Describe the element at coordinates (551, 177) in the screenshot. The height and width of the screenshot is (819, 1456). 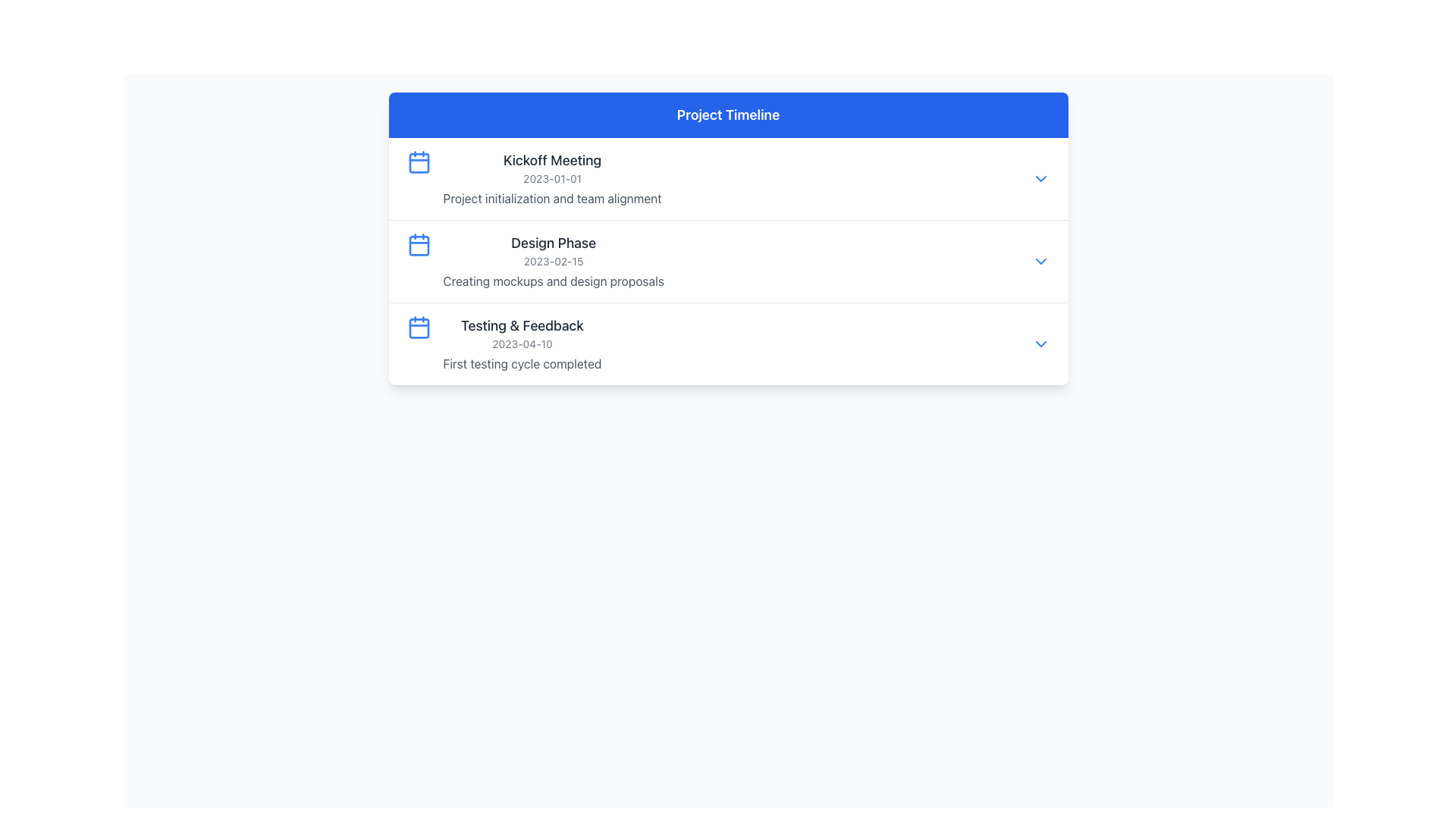
I see `the Text Display element that shows the date '2023-01-01', which is styled in gray and located below the title 'Kickoff Meeting' within the 'Project Timeline' interface` at that location.